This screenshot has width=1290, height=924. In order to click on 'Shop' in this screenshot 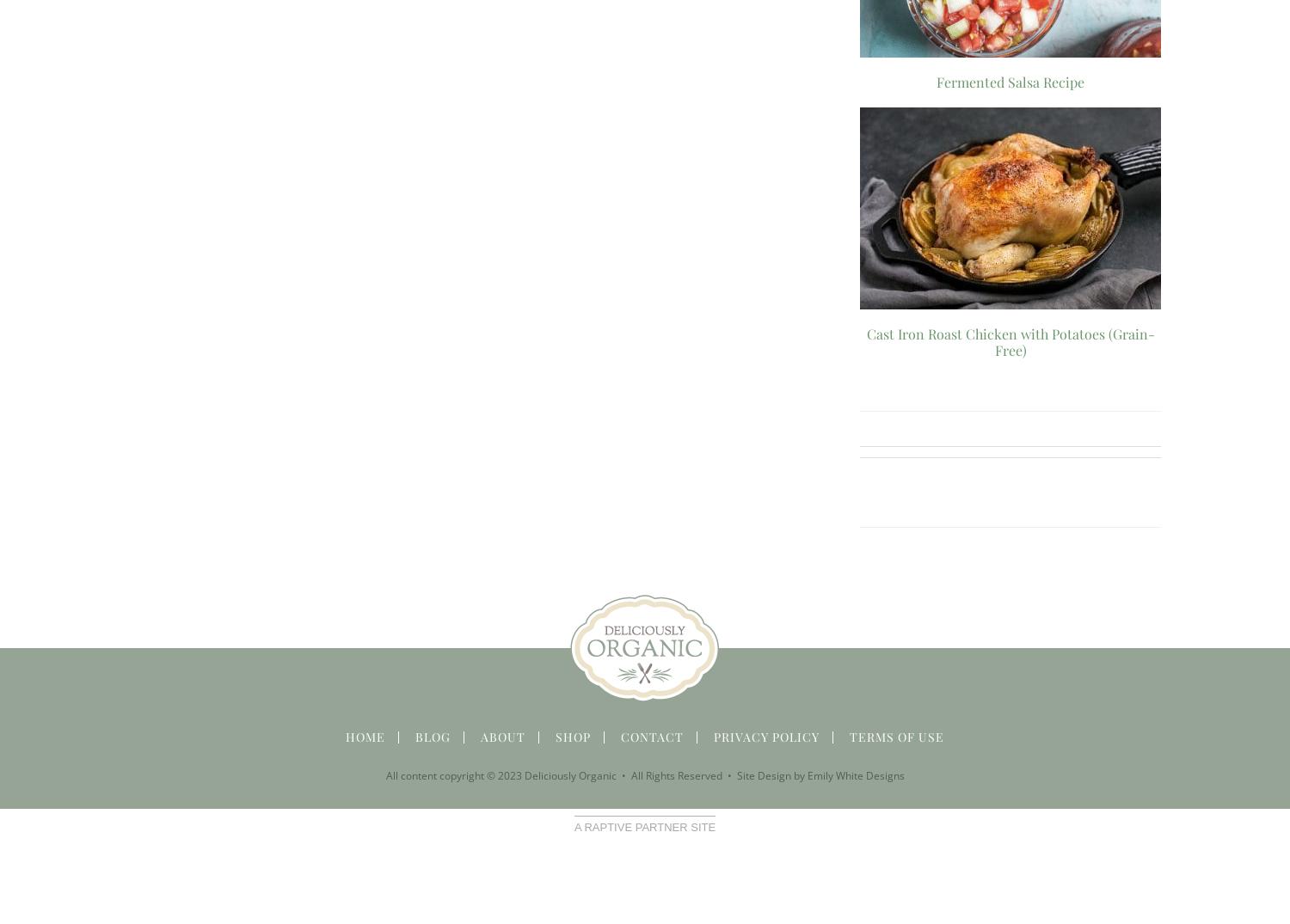, I will do `click(573, 736)`.